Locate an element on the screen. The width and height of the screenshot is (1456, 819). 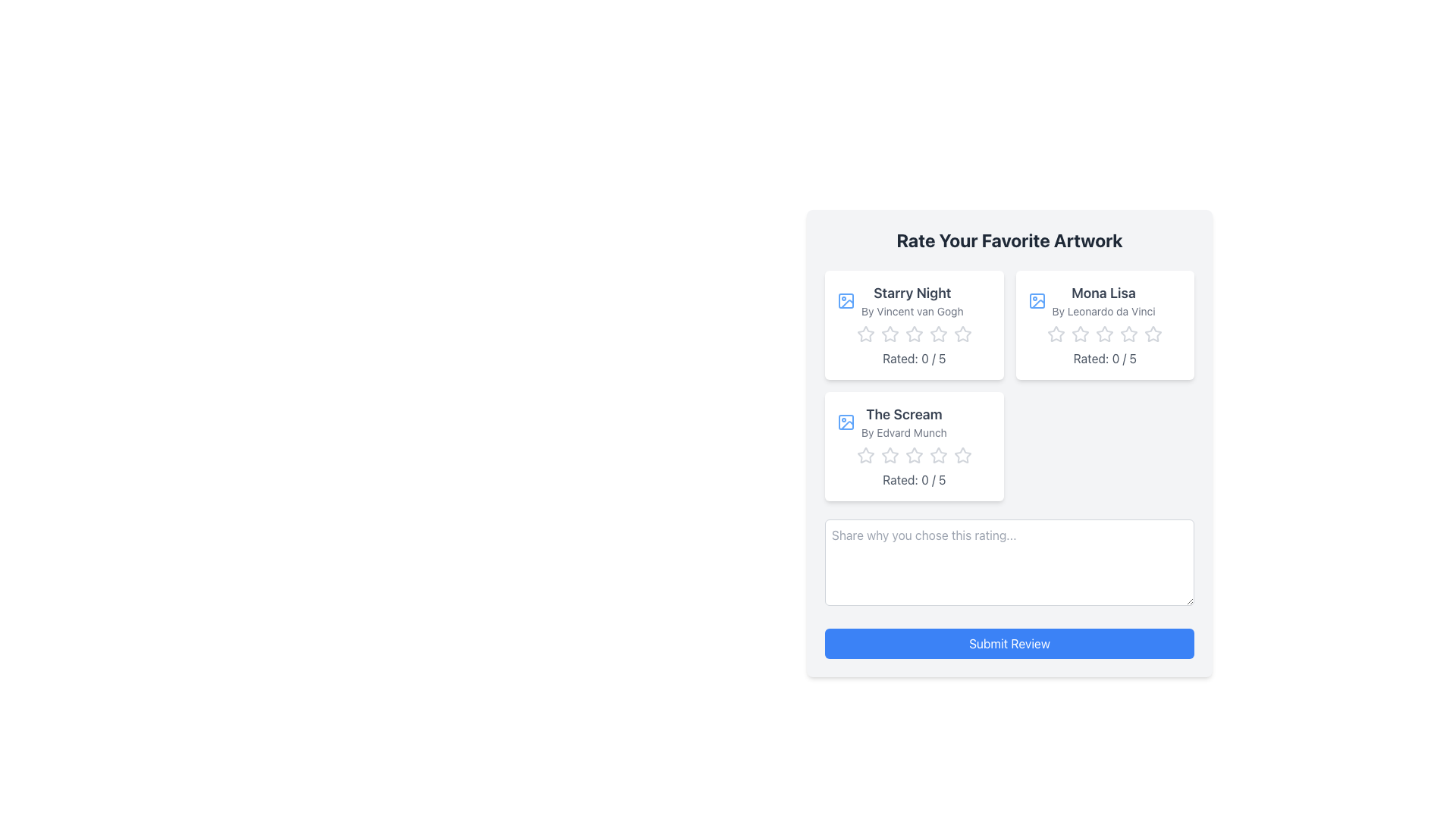
the Decorative graphic element within the SVG icon that depicts a photograph or image-related design, located in the top portion of the card titled 'Rate Your Favorite Artwork', specifically in the card labeled 'The Scream by Edvard Munch' is located at coordinates (846, 304).